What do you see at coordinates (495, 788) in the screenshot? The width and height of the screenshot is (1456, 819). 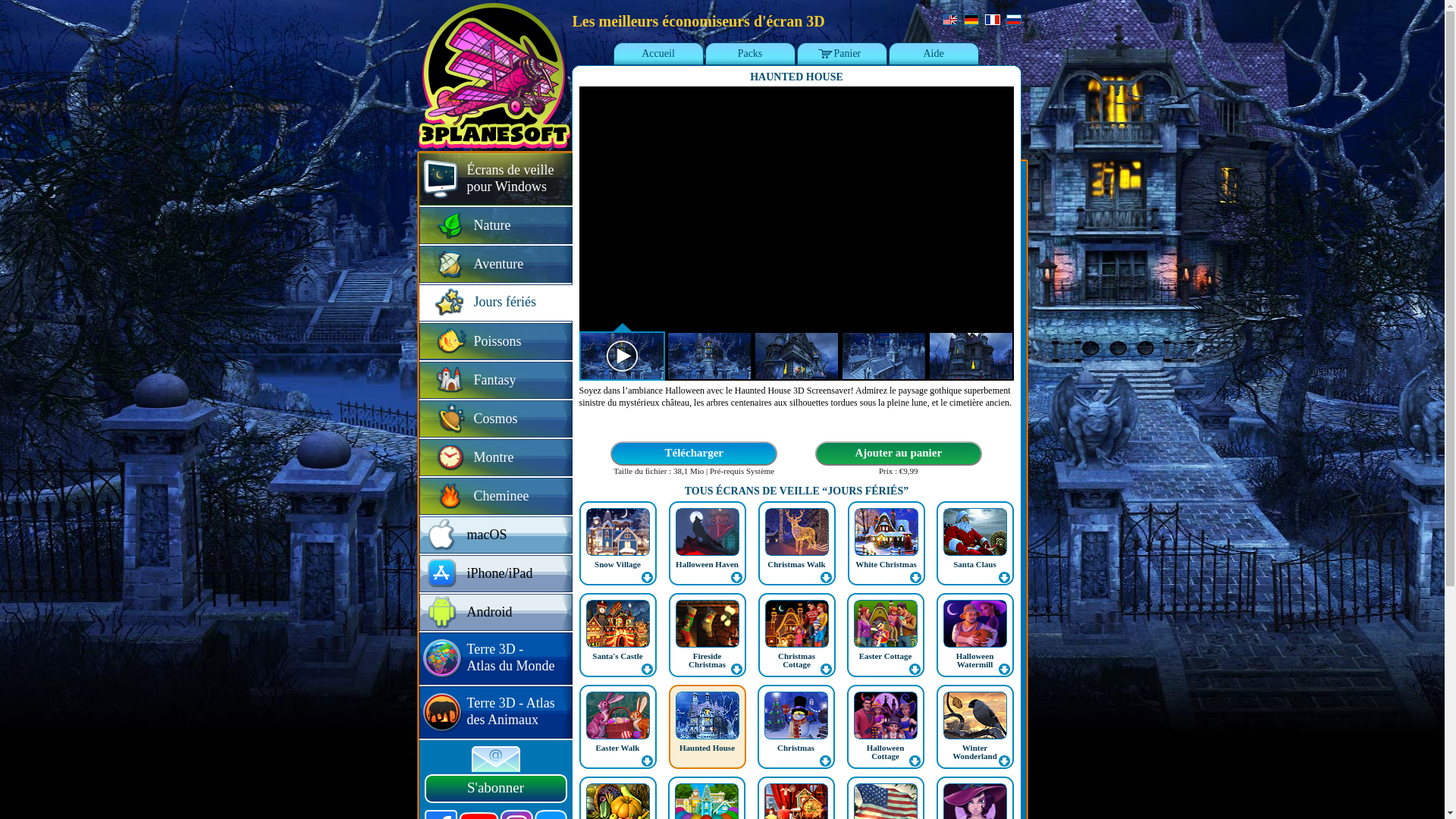 I see `'S'abonner'` at bounding box center [495, 788].